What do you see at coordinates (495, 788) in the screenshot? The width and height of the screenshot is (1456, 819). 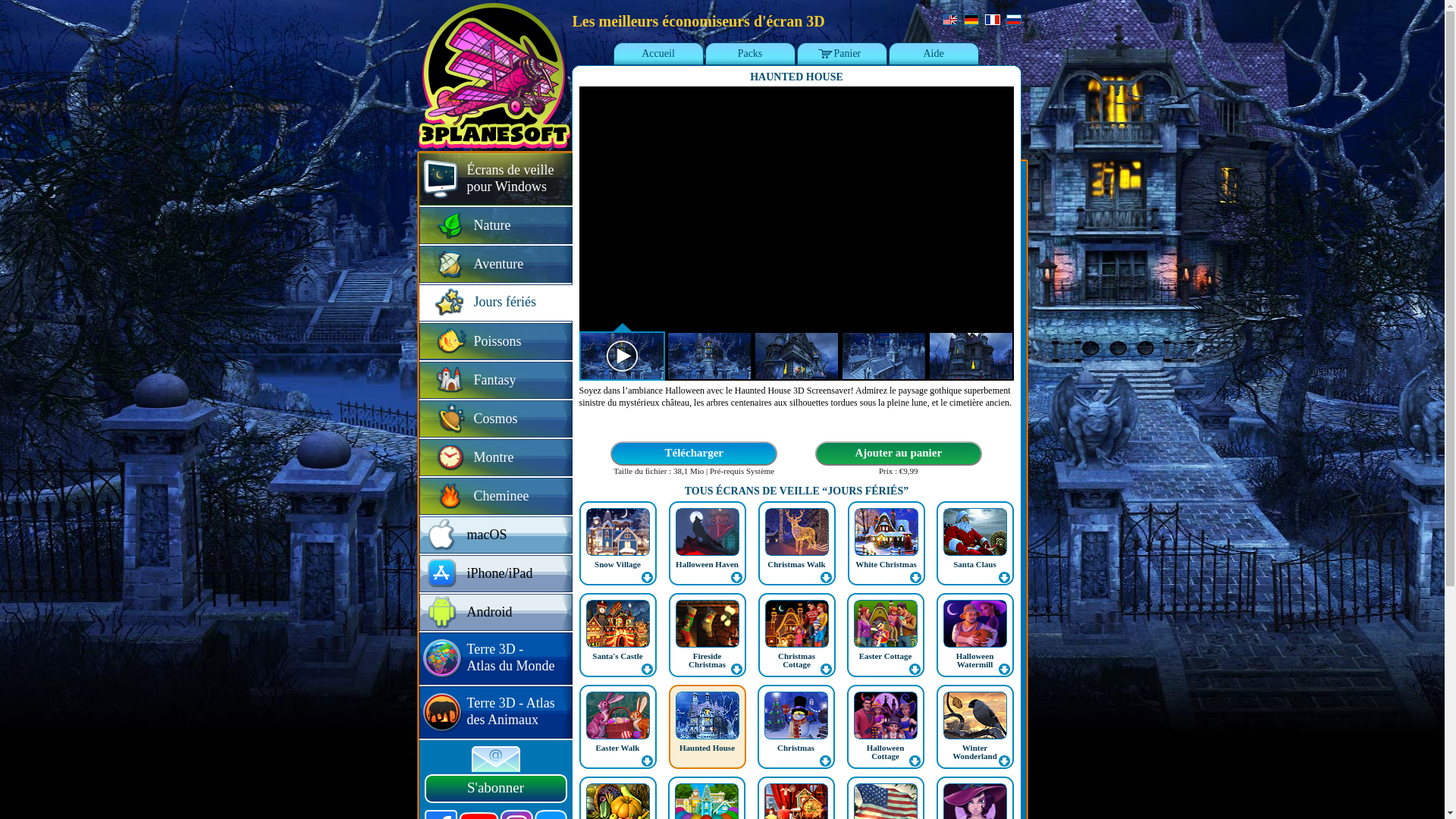 I see `'S'abonner'` at bounding box center [495, 788].